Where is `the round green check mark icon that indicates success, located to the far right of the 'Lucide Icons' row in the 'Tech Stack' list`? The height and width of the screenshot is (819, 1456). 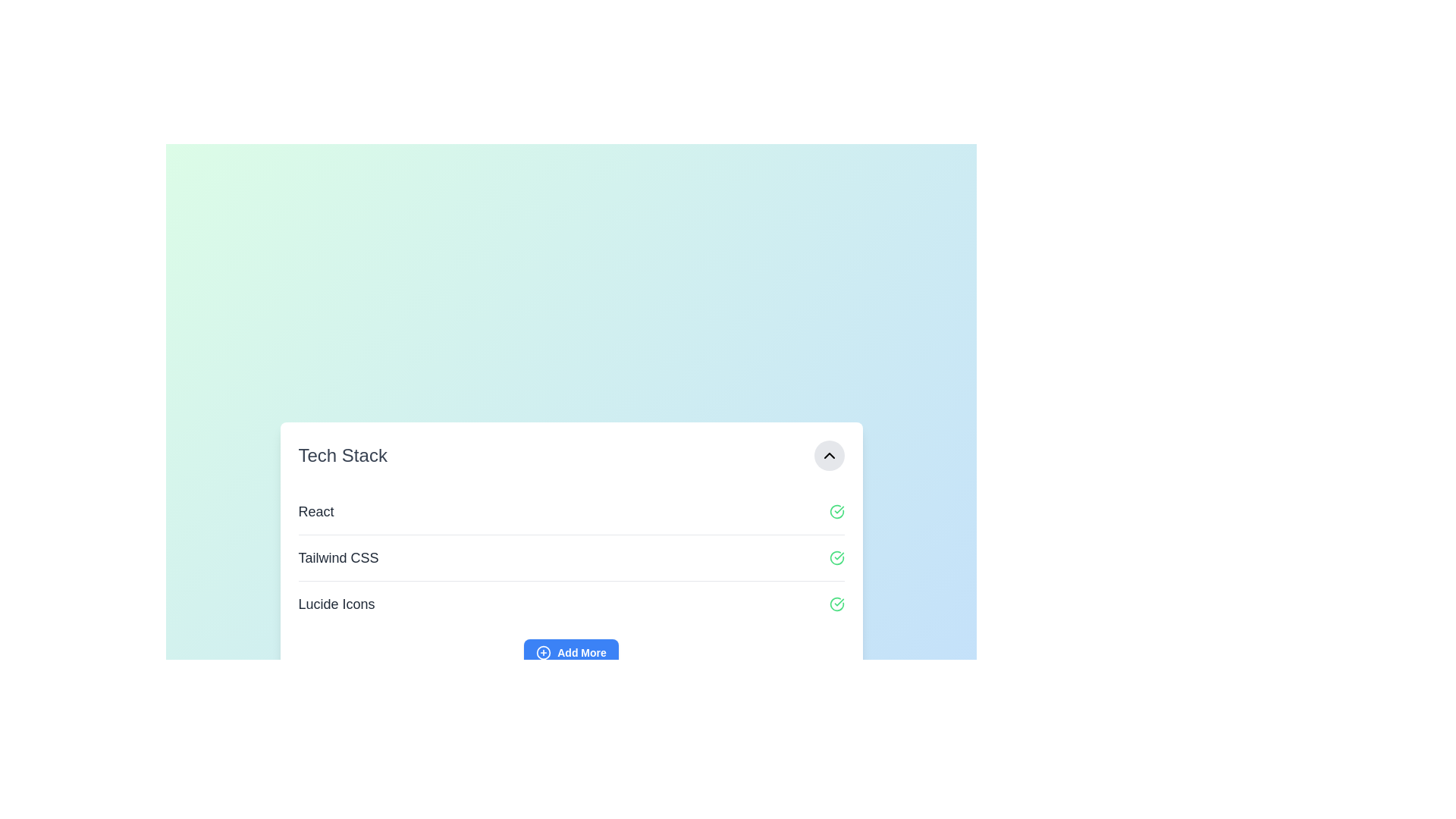 the round green check mark icon that indicates success, located to the far right of the 'Lucide Icons' row in the 'Tech Stack' list is located at coordinates (836, 604).